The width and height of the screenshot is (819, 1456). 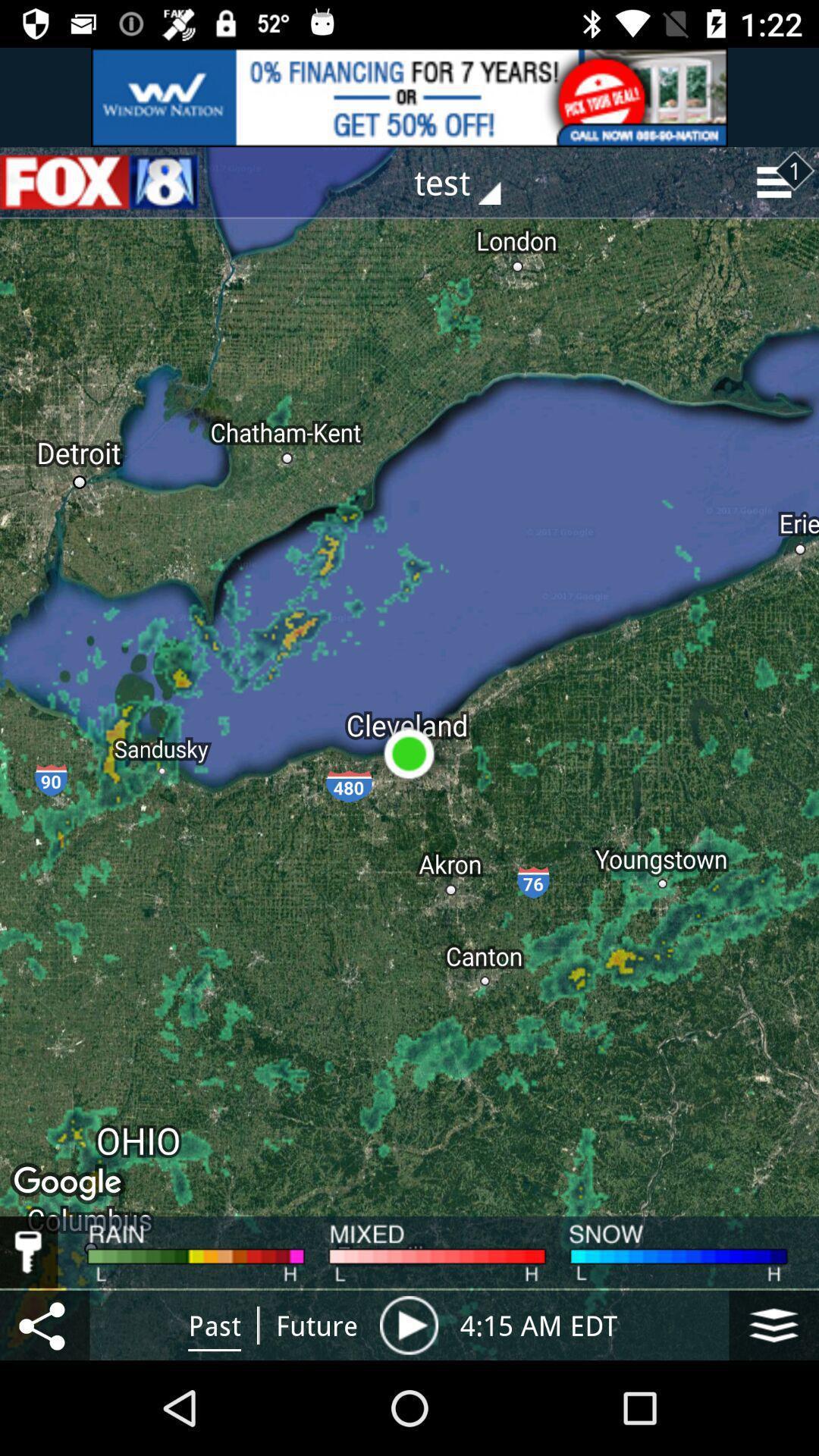 What do you see at coordinates (468, 182) in the screenshot?
I see `drop down button with text test` at bounding box center [468, 182].